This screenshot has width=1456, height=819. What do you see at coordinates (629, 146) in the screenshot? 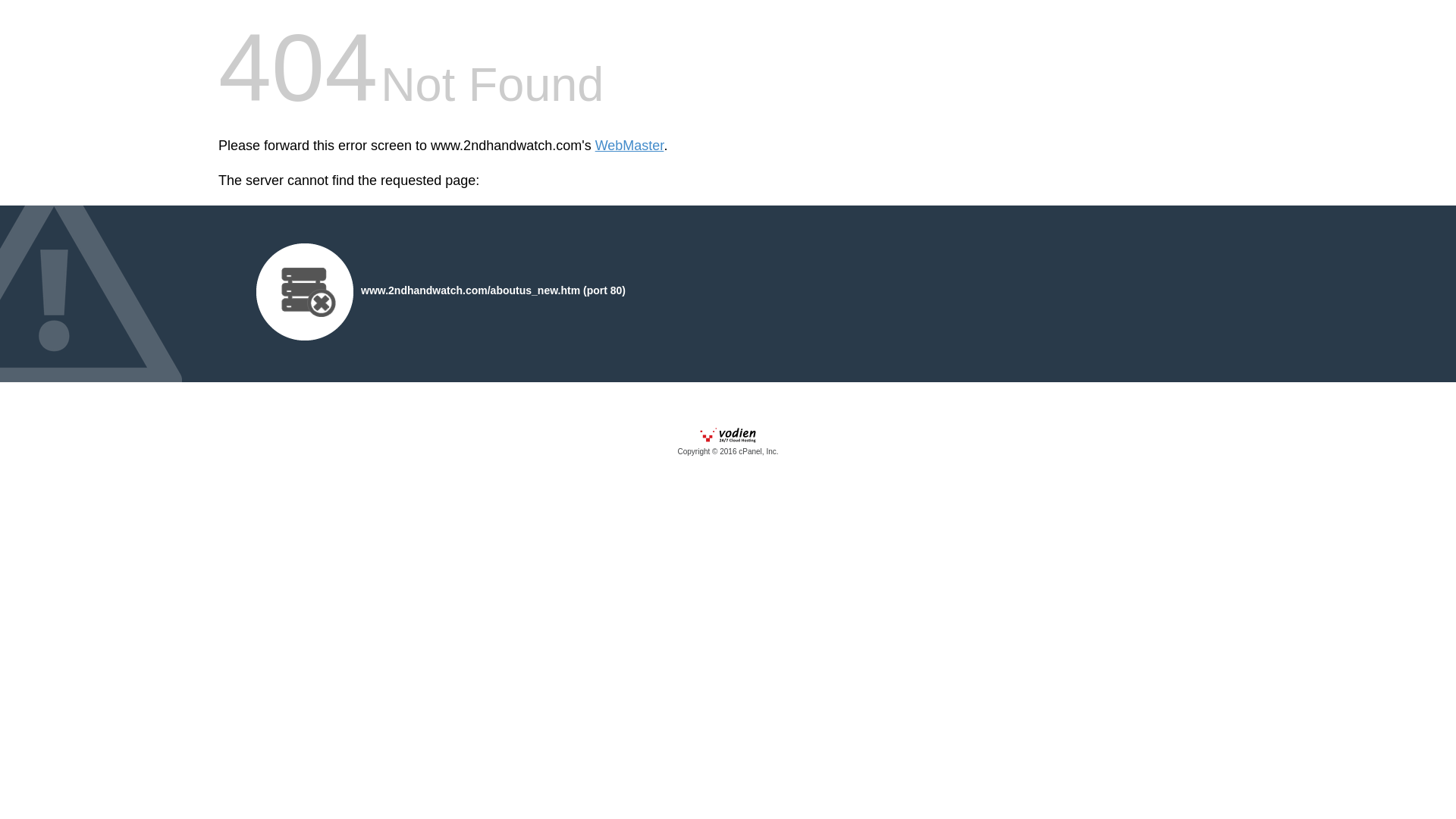
I see `'WebMaster'` at bounding box center [629, 146].